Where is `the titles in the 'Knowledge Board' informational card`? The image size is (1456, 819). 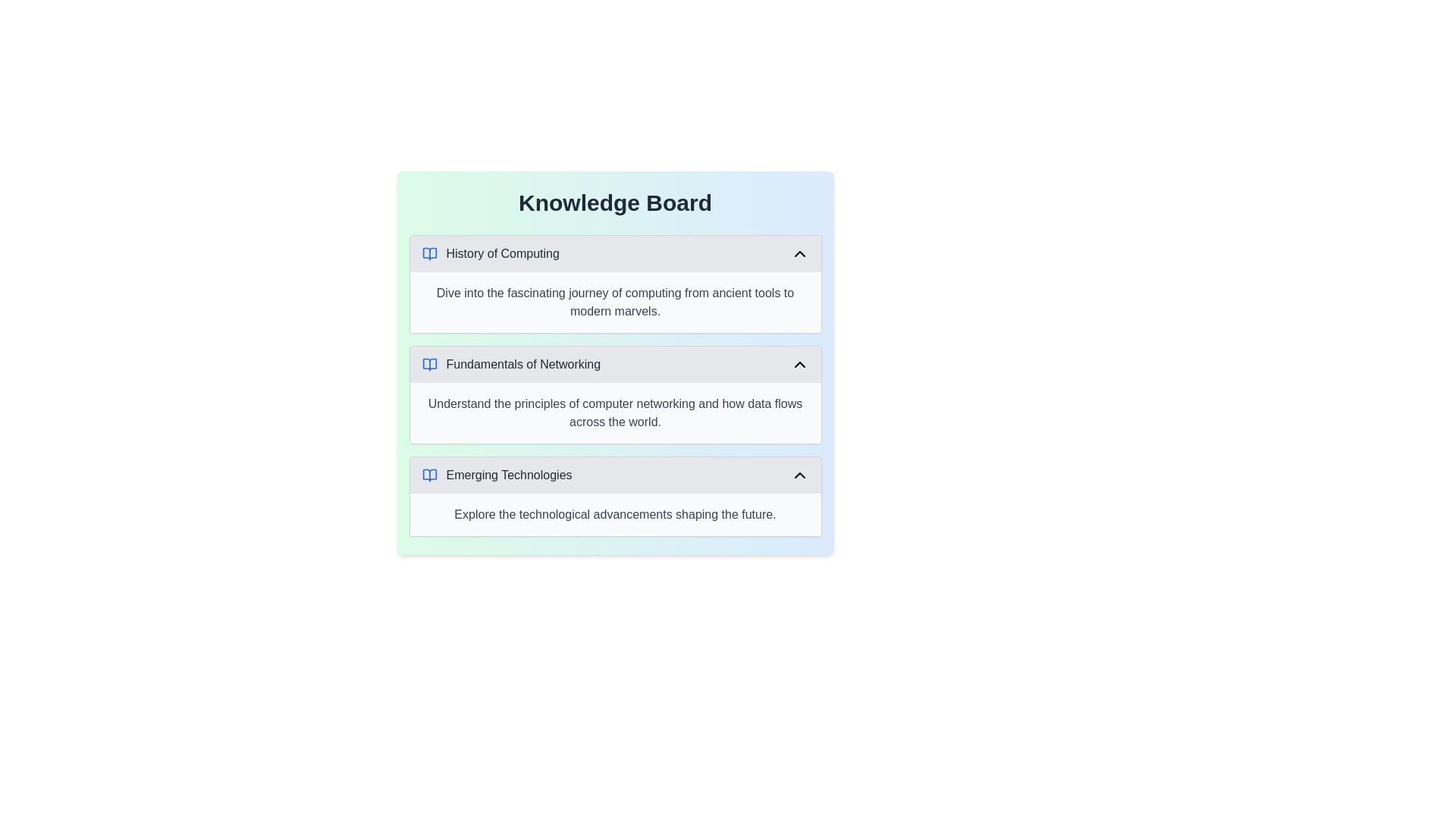 the titles in the 'Knowledge Board' informational card is located at coordinates (615, 362).